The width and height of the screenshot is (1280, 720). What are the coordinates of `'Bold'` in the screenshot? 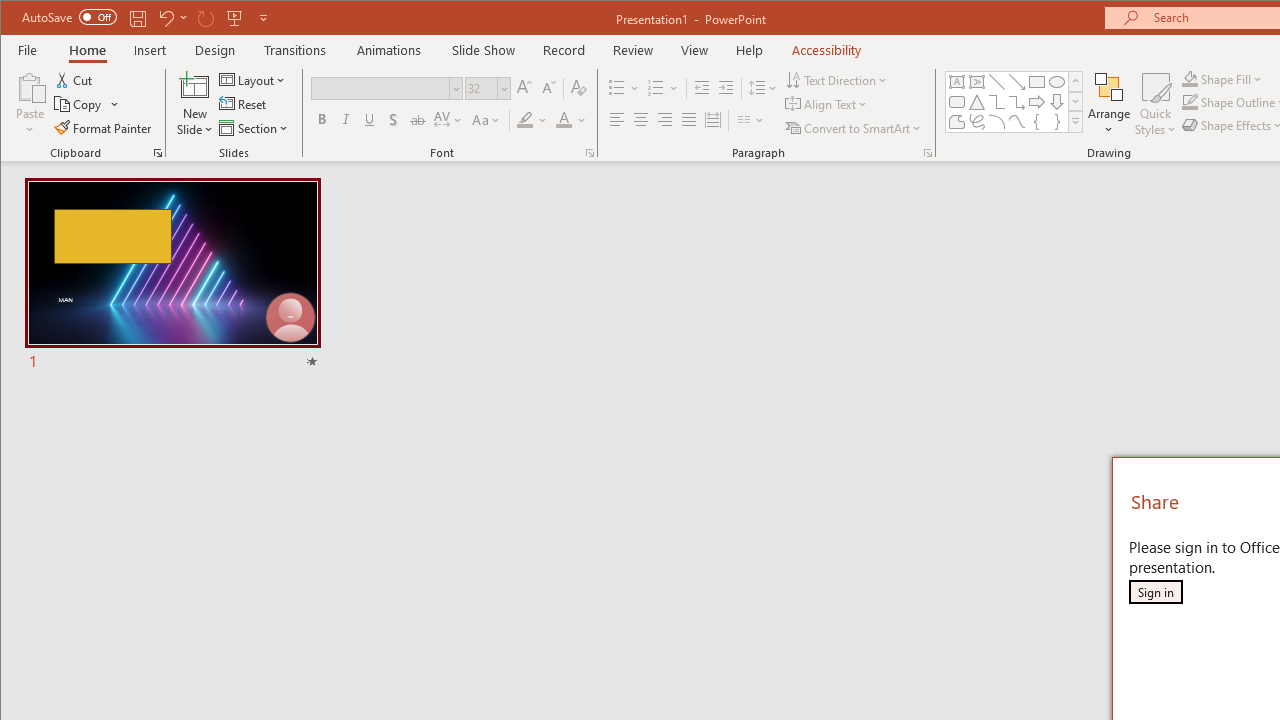 It's located at (321, 120).